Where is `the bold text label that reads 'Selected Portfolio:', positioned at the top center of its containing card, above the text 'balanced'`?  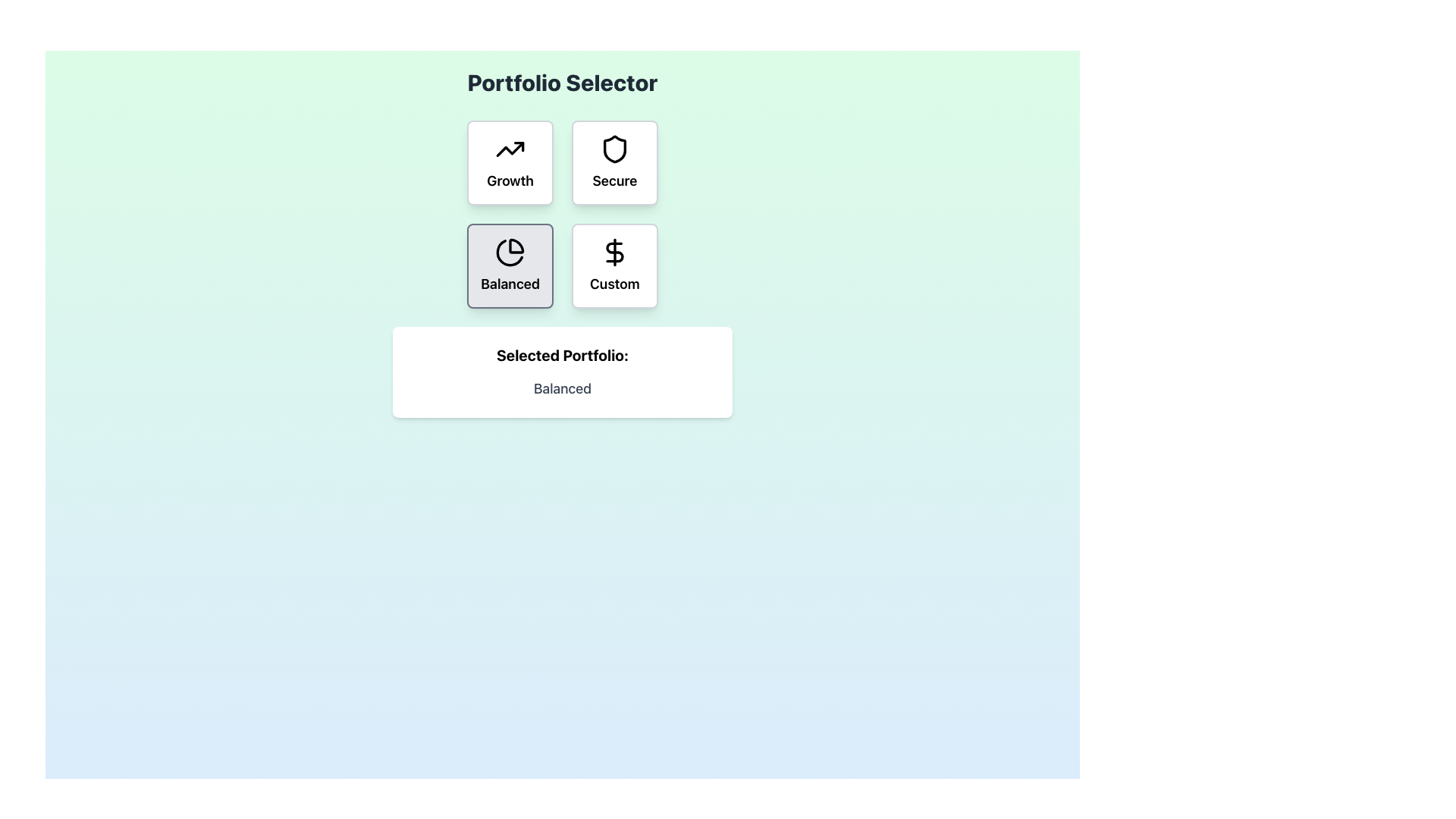 the bold text label that reads 'Selected Portfolio:', positioned at the top center of its containing card, above the text 'balanced' is located at coordinates (562, 356).